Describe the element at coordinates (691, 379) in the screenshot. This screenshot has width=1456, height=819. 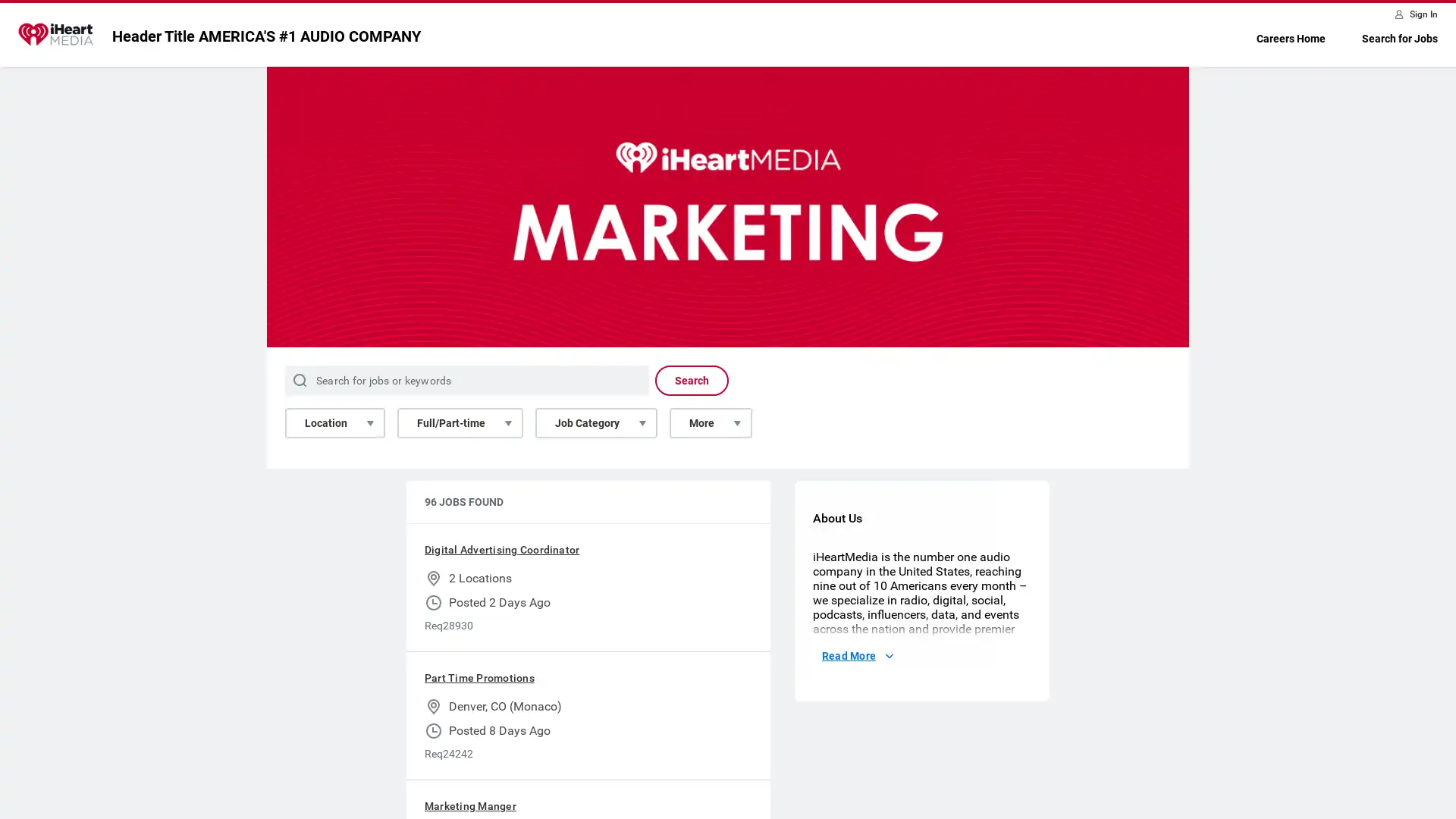
I see `Search` at that location.